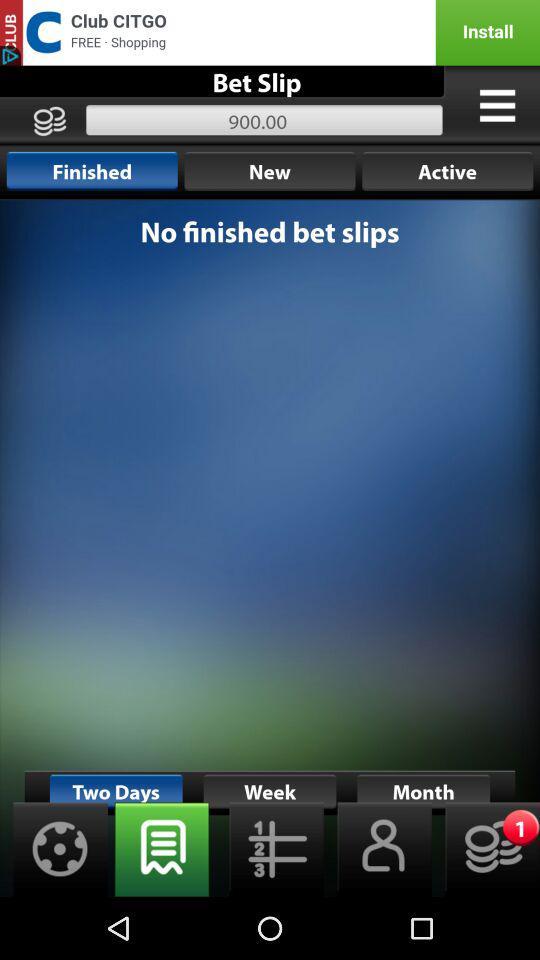 This screenshot has width=540, height=960. What do you see at coordinates (485, 909) in the screenshot?
I see `the emoji icon` at bounding box center [485, 909].